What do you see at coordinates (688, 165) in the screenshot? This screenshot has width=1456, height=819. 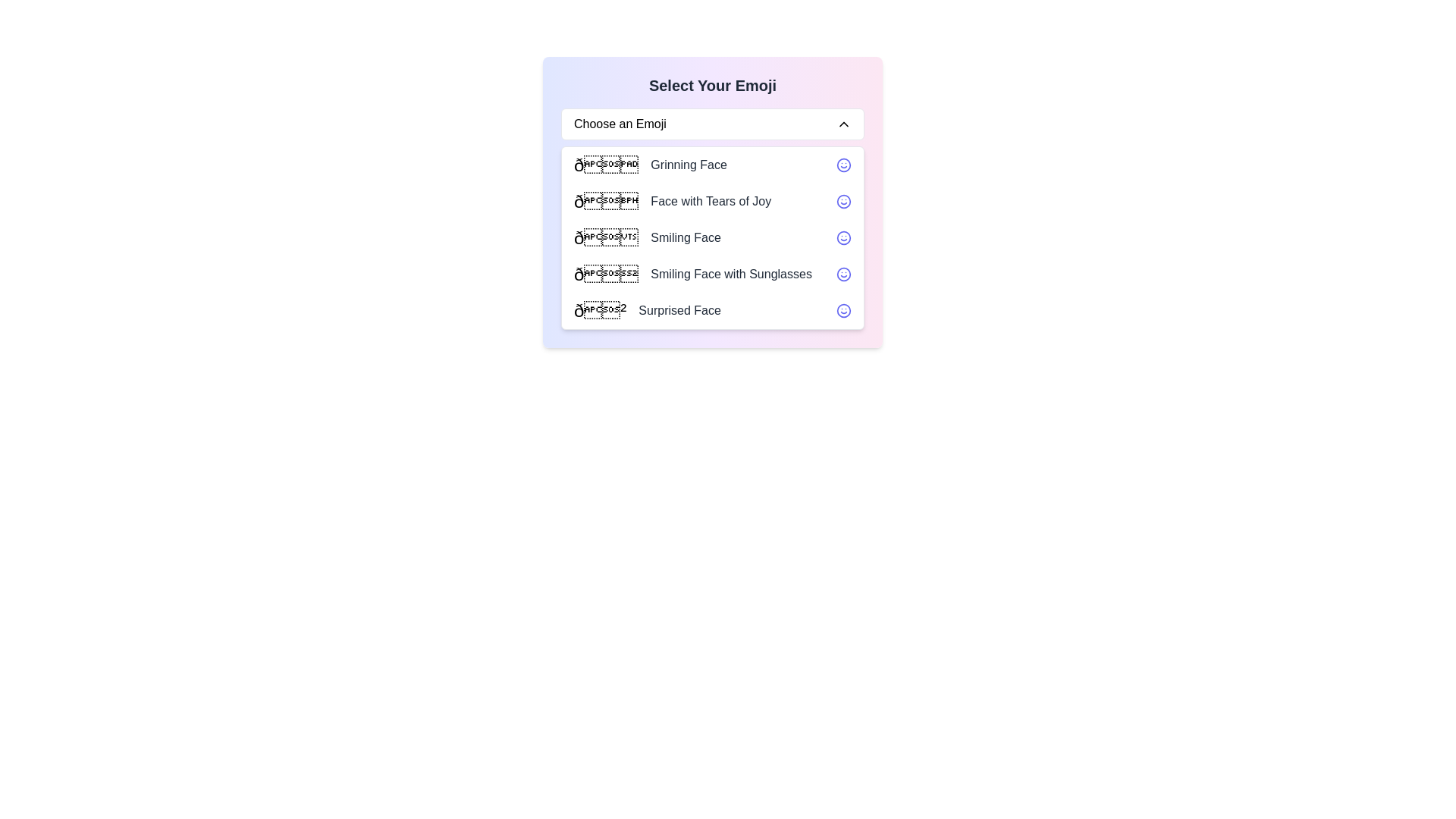 I see `the 'Grinning Face' label in the emoji selection list, which is styled with a medium gray font and positioned to the right of the corresponding emoji icon` at bounding box center [688, 165].